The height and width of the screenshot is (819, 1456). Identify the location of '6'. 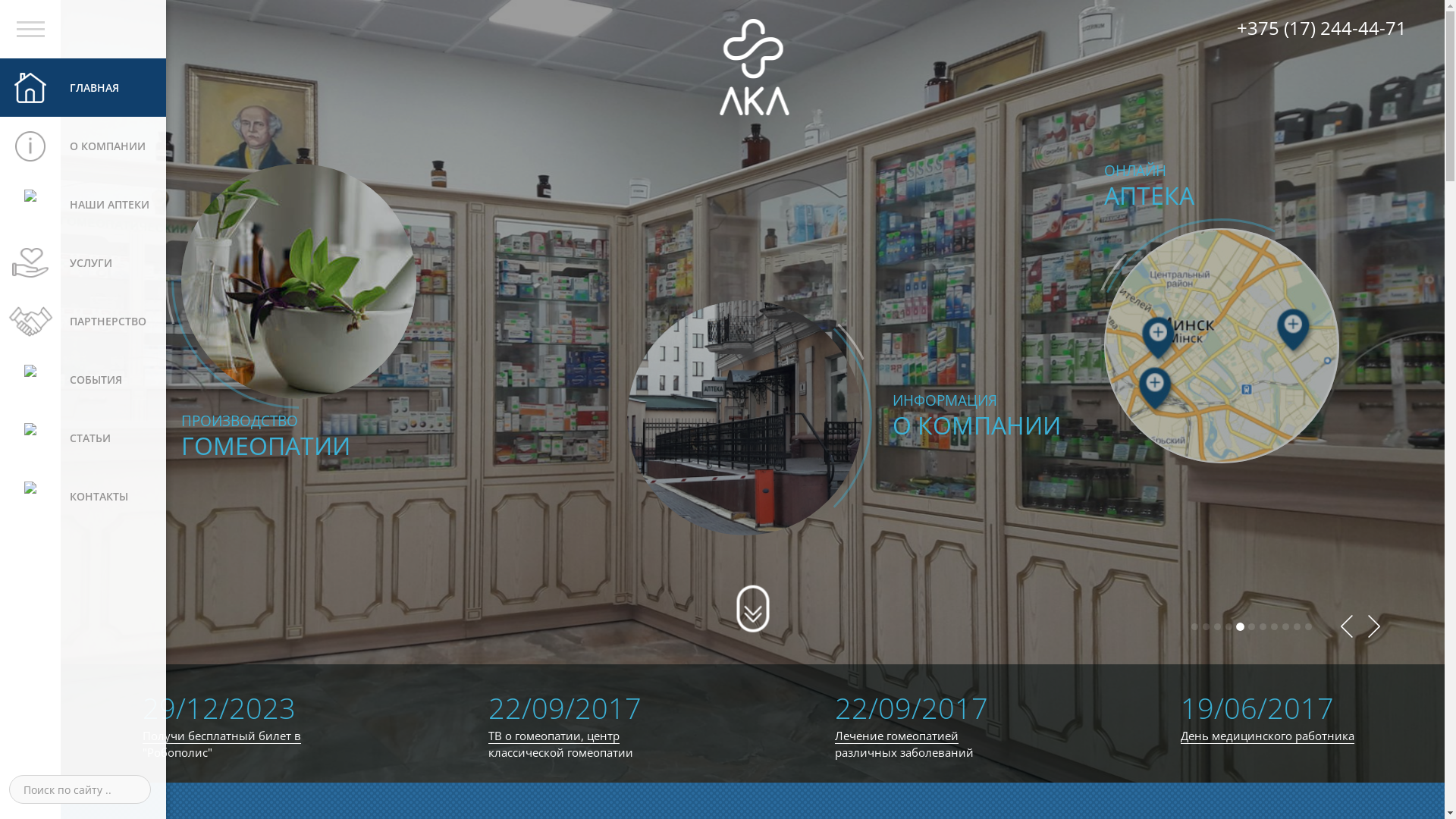
(1251, 626).